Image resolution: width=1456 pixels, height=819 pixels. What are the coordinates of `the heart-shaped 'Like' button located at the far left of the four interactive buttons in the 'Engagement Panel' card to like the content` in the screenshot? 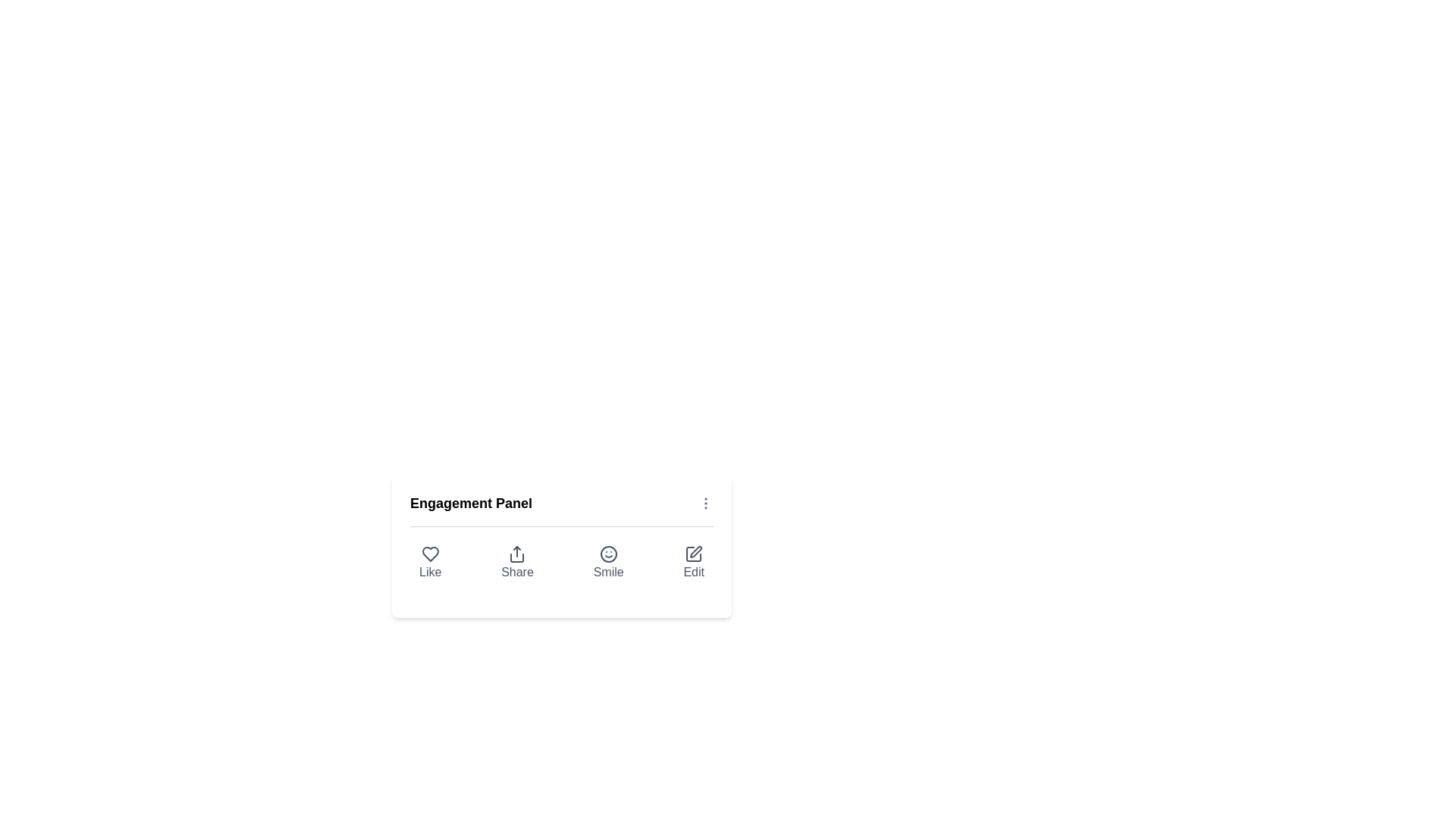 It's located at (429, 563).